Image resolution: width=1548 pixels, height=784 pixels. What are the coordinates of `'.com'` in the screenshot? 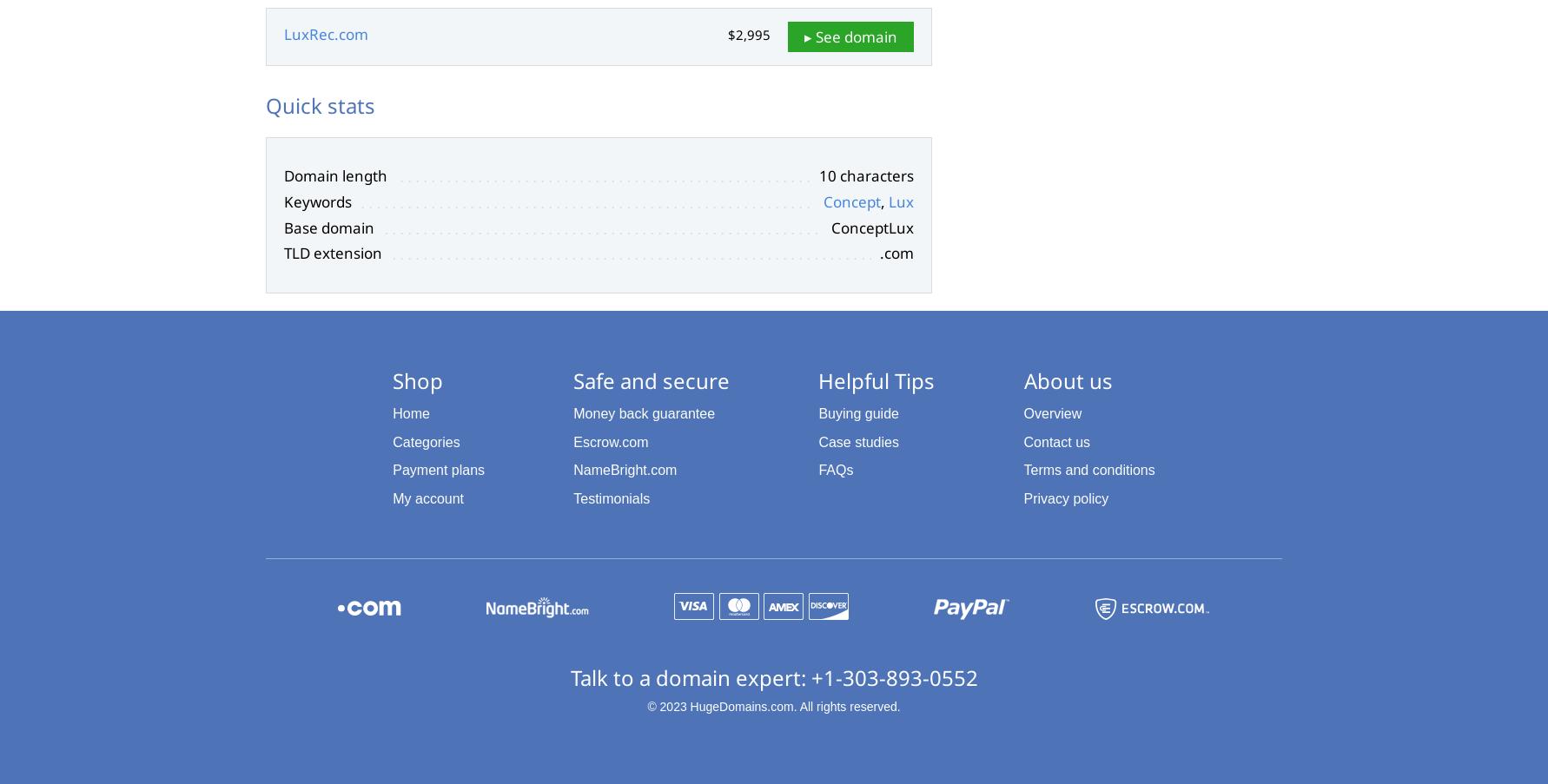 It's located at (896, 252).